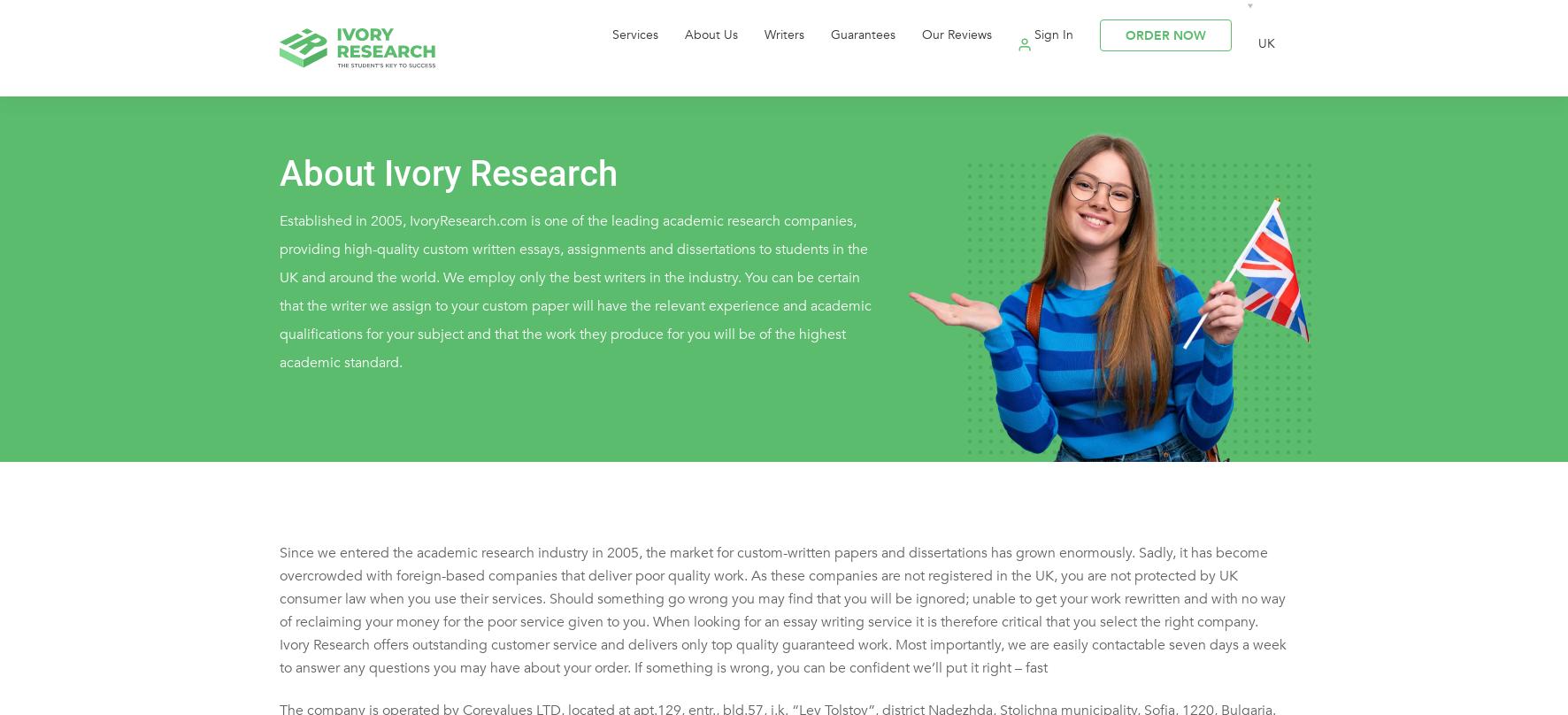  I want to click on 'Established in 2005, IvoryResearch.com is one of the leading academic research companies, providing high-quality custom written essays, assignments and dissertations to students in the UK and around the world. We employ only the best writers in the industry. You can be certain that the writer we assign to your custom paper will have the relevant experience and academic qualifications for your subject and that the work they produce for you will be of the highest academic standard.', so click(278, 306).